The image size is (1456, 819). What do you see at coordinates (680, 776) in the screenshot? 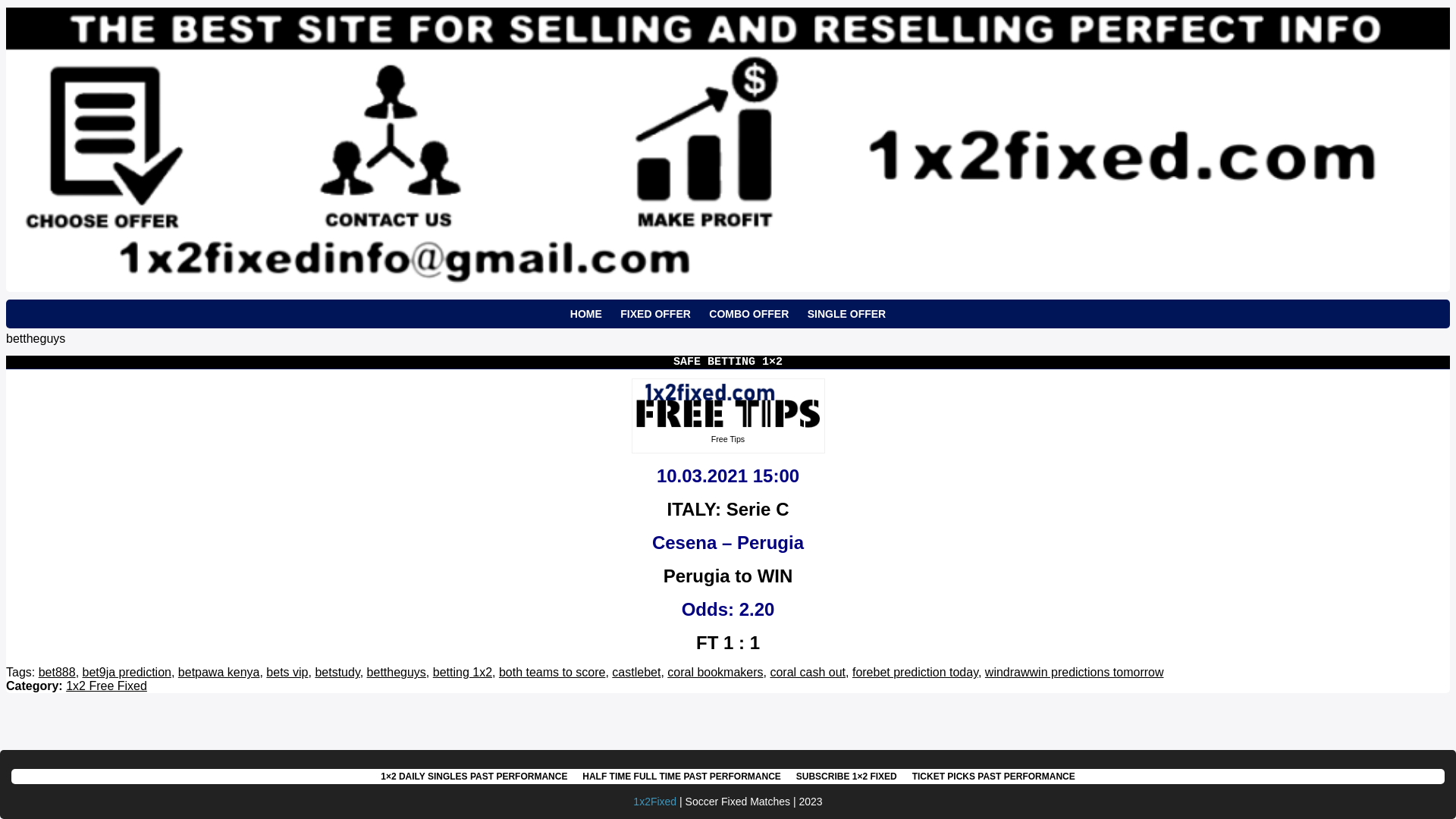
I see `'HALF TIME FULL TIME PAST PERFORMANCE'` at bounding box center [680, 776].